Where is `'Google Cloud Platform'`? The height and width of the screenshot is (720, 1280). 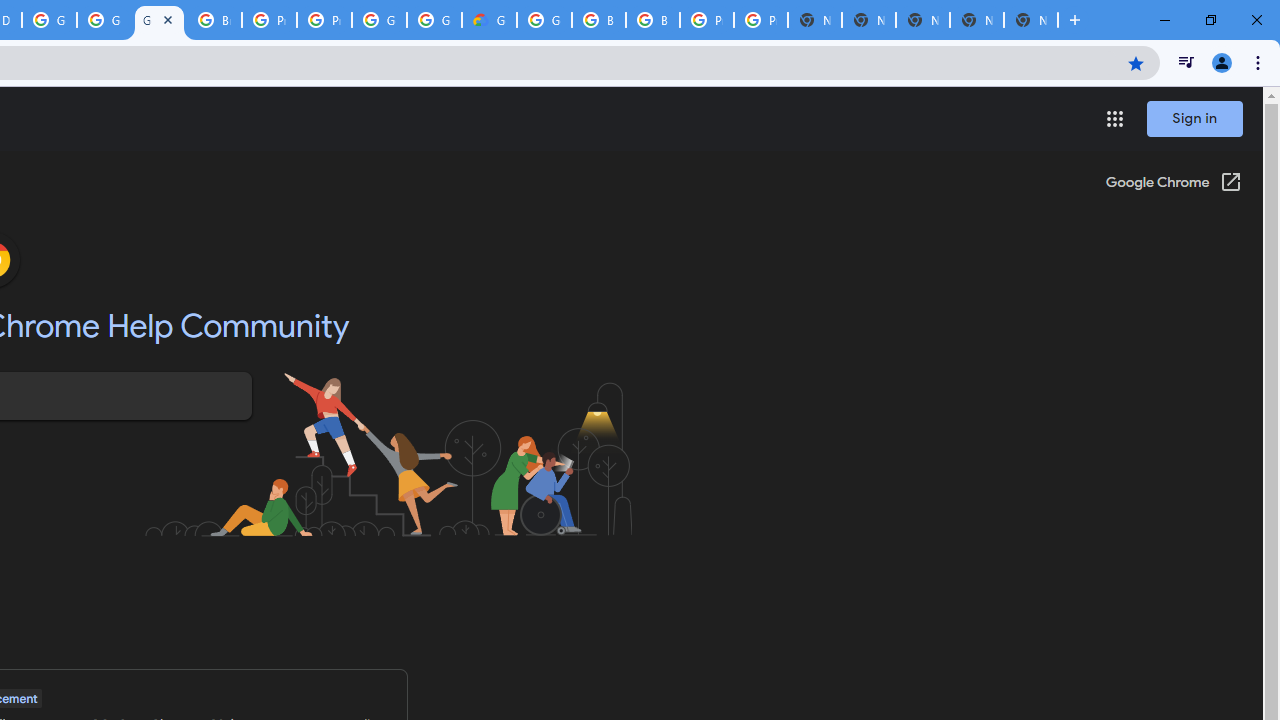 'Google Cloud Platform' is located at coordinates (433, 20).